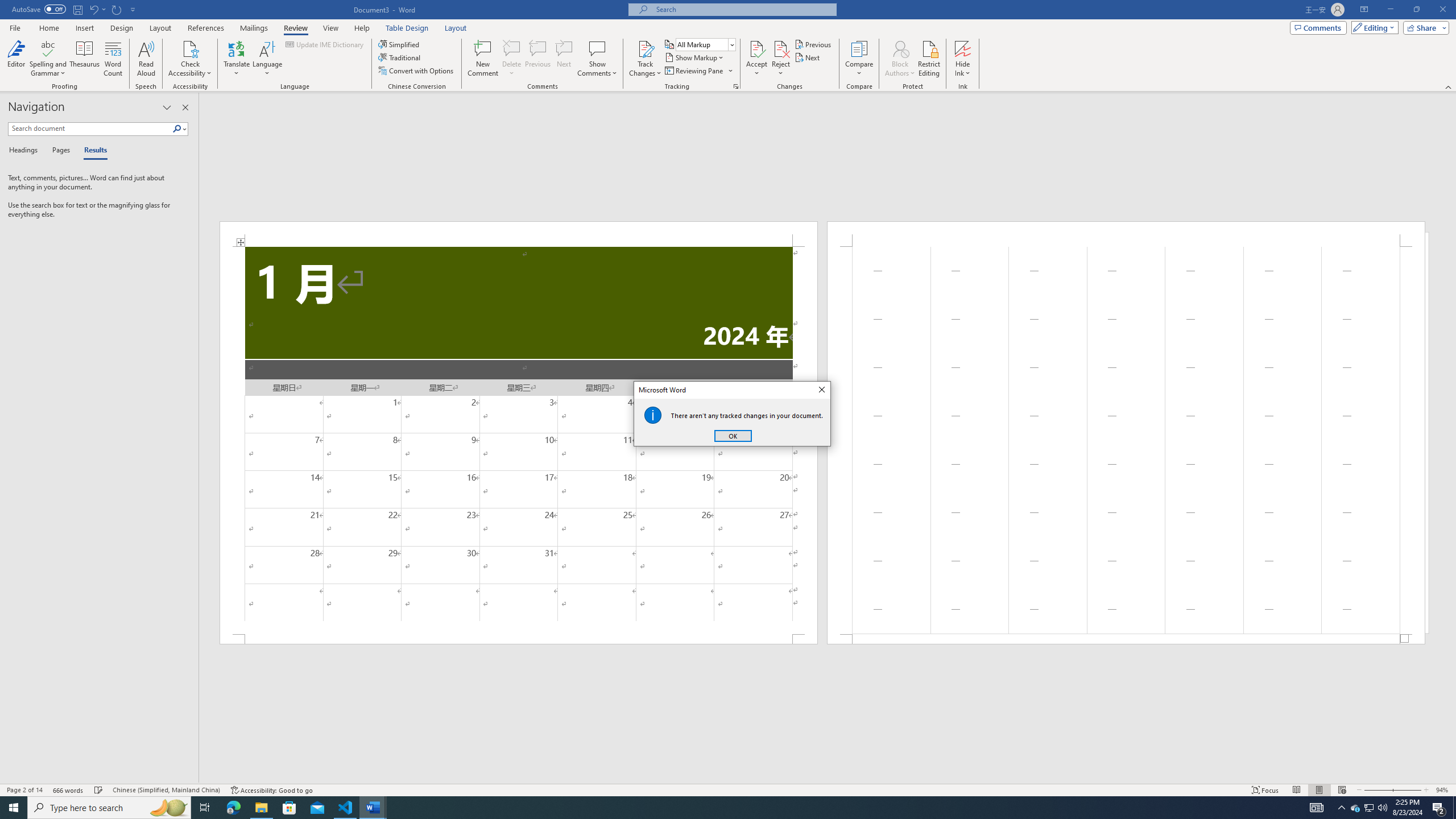 The image size is (1456, 819). Describe the element at coordinates (695, 56) in the screenshot. I see `'Show Markup'` at that location.